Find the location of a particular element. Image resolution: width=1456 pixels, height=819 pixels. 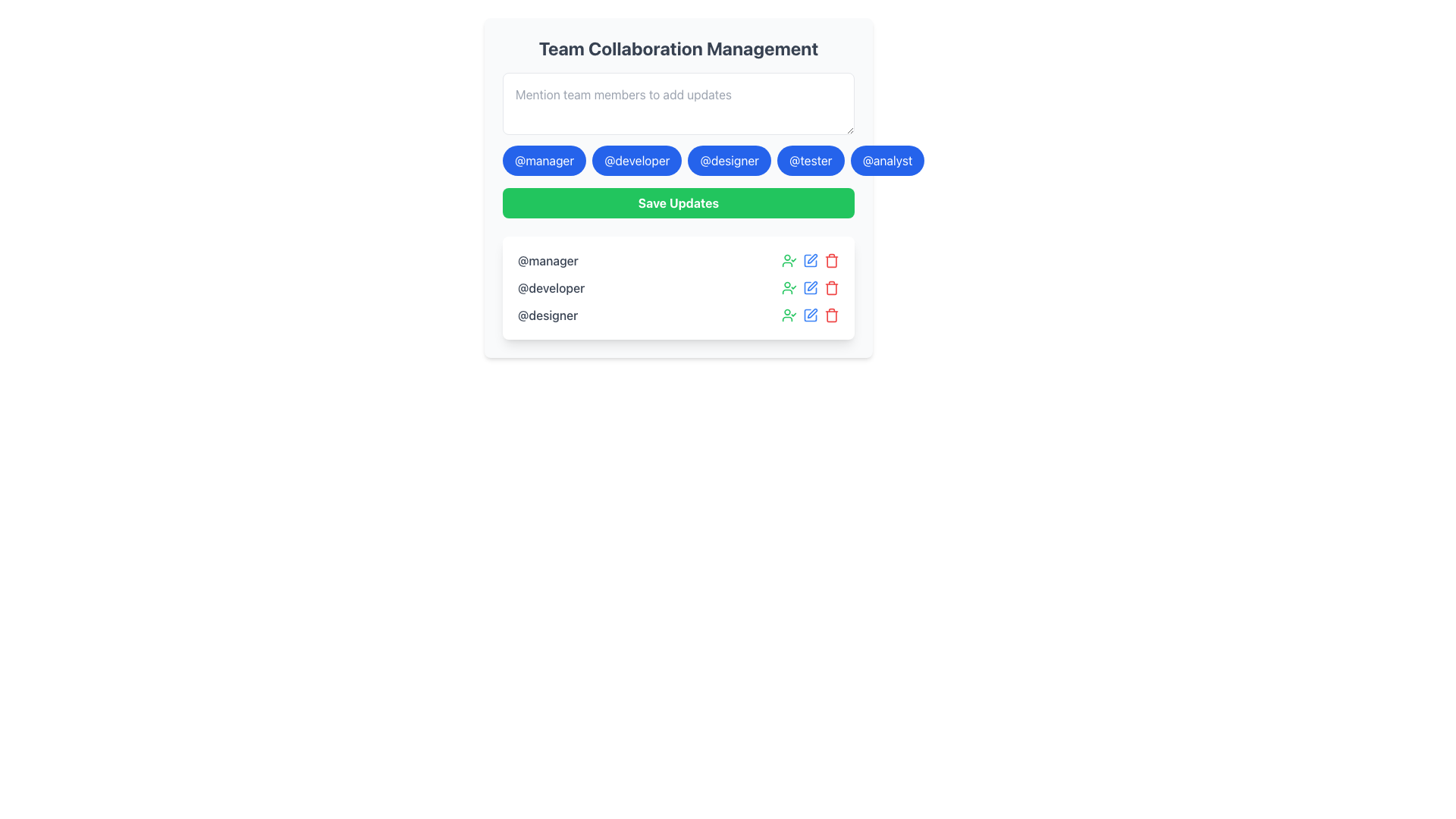

the red outlined trash can icon in the third row of user entries to initiate the delete action is located at coordinates (831, 315).